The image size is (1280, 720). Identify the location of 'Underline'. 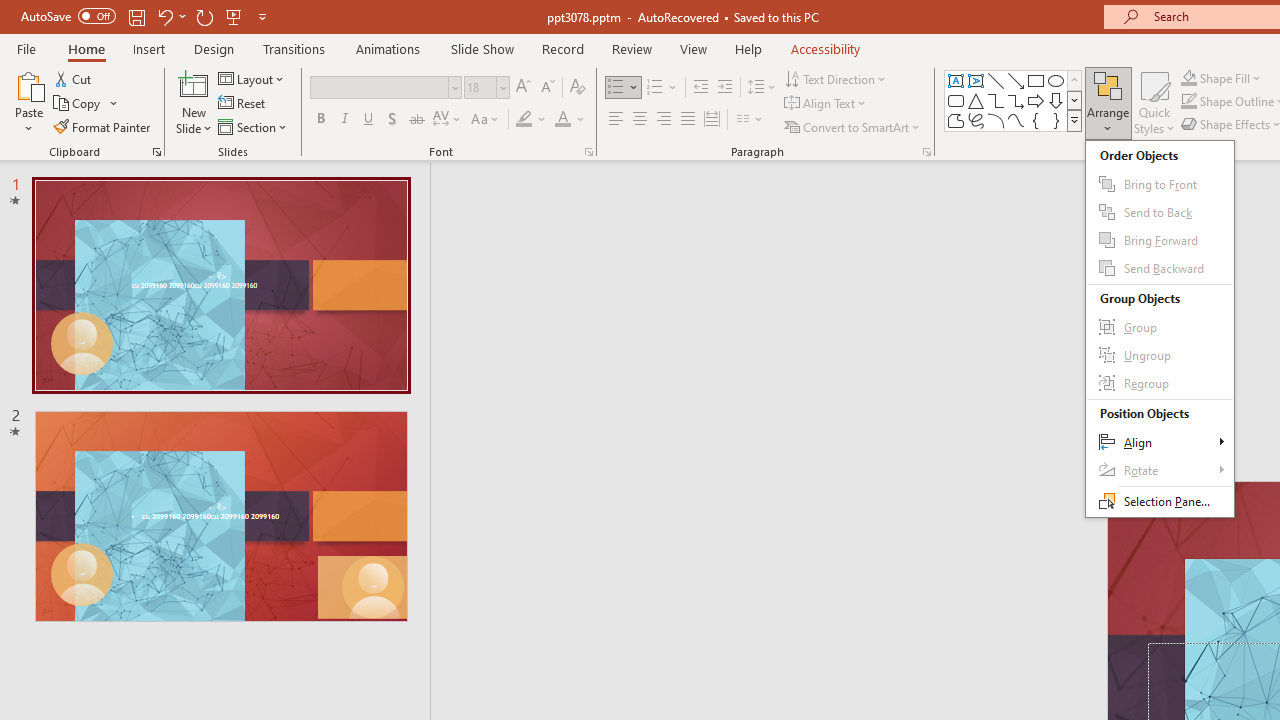
(369, 119).